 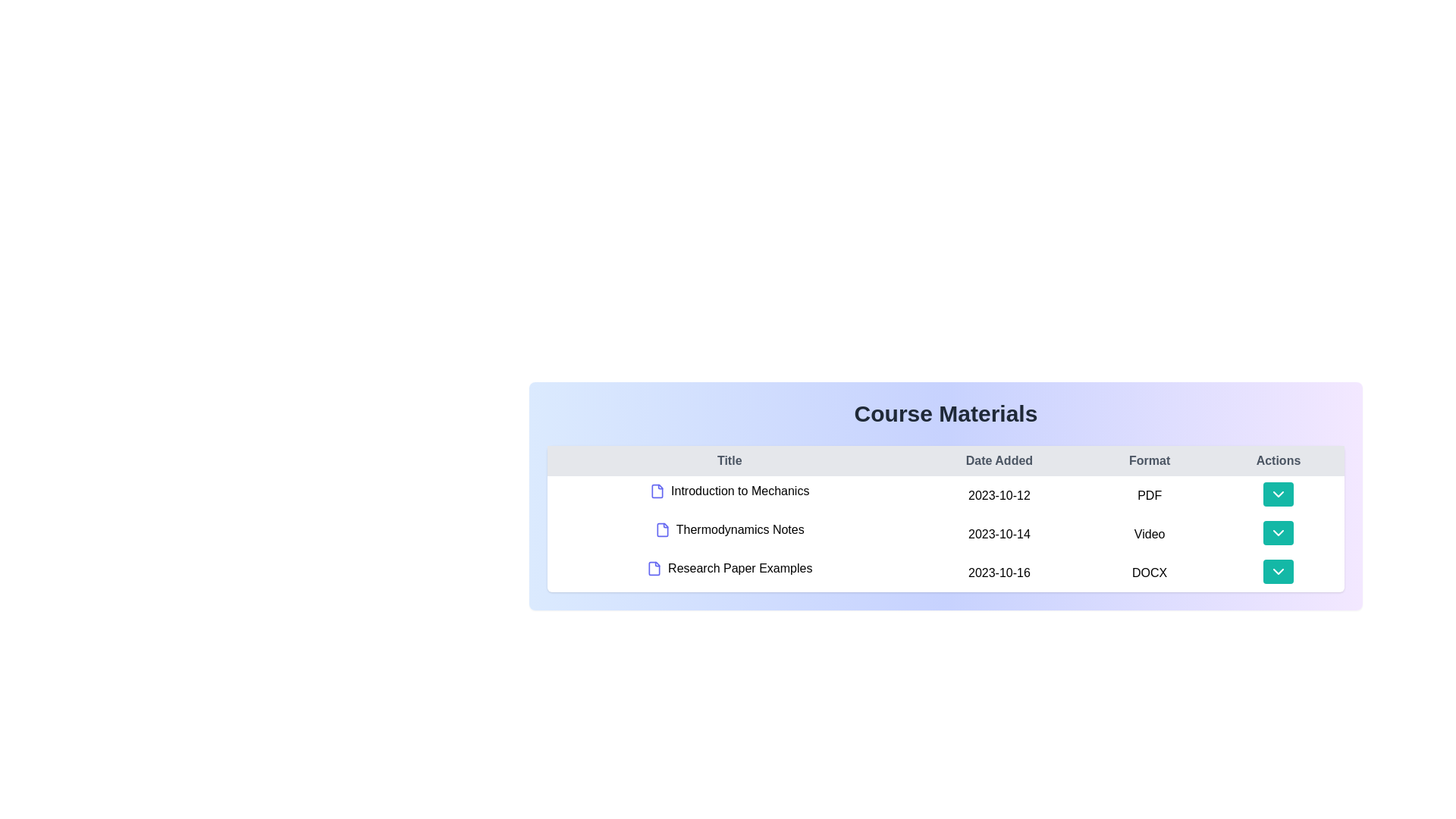 What do you see at coordinates (1277, 573) in the screenshot?
I see `the teal-colored rectangular button with rounded corners containing a white downward-pointing chevron icon` at bounding box center [1277, 573].